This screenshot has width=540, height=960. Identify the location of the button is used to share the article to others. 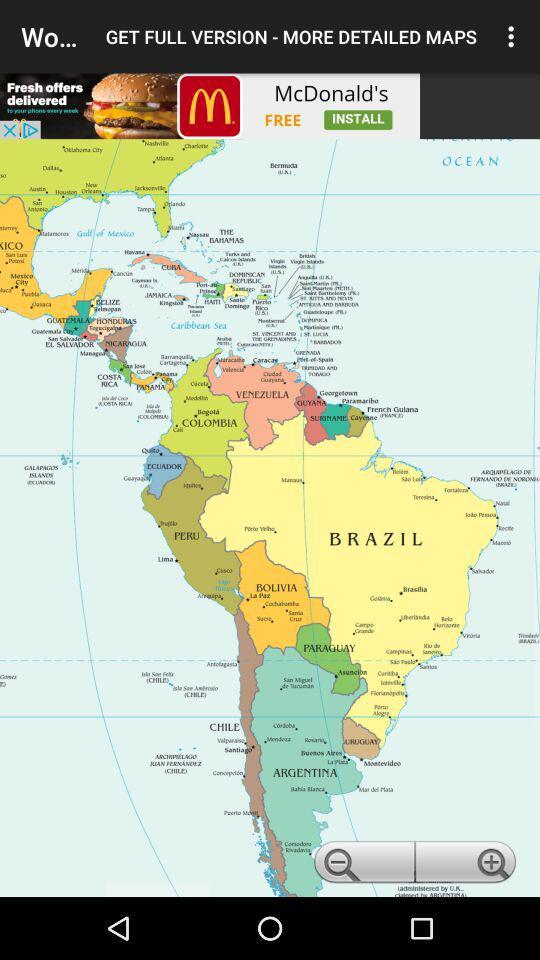
(209, 106).